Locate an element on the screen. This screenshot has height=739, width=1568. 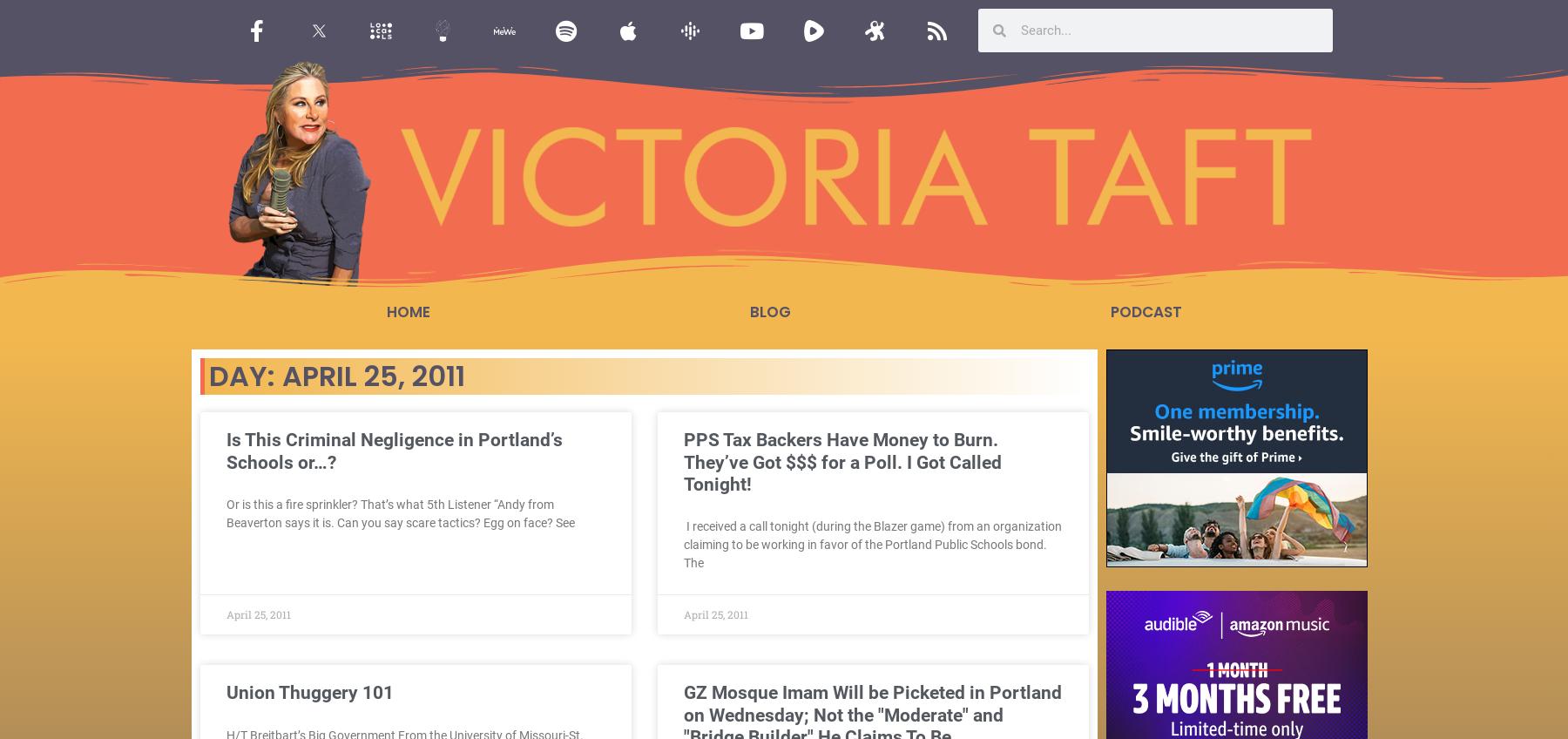
'Union Thuggery 101' is located at coordinates (310, 692).